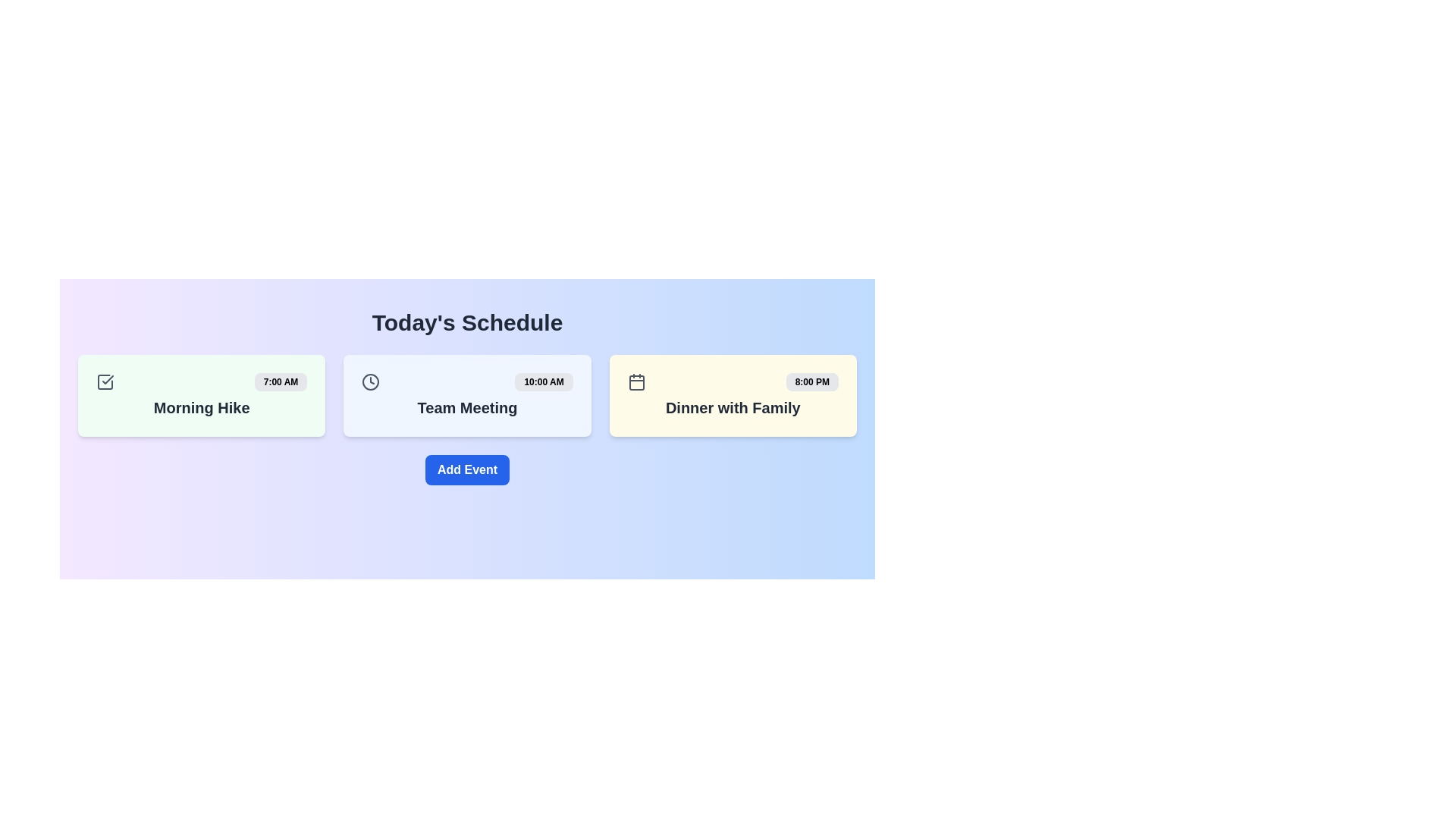 Image resolution: width=1456 pixels, height=819 pixels. I want to click on text label describing the title or subject line of the meeting event, which is centrally positioned beneath the '10:00 AM' time label within the event card, so click(466, 406).